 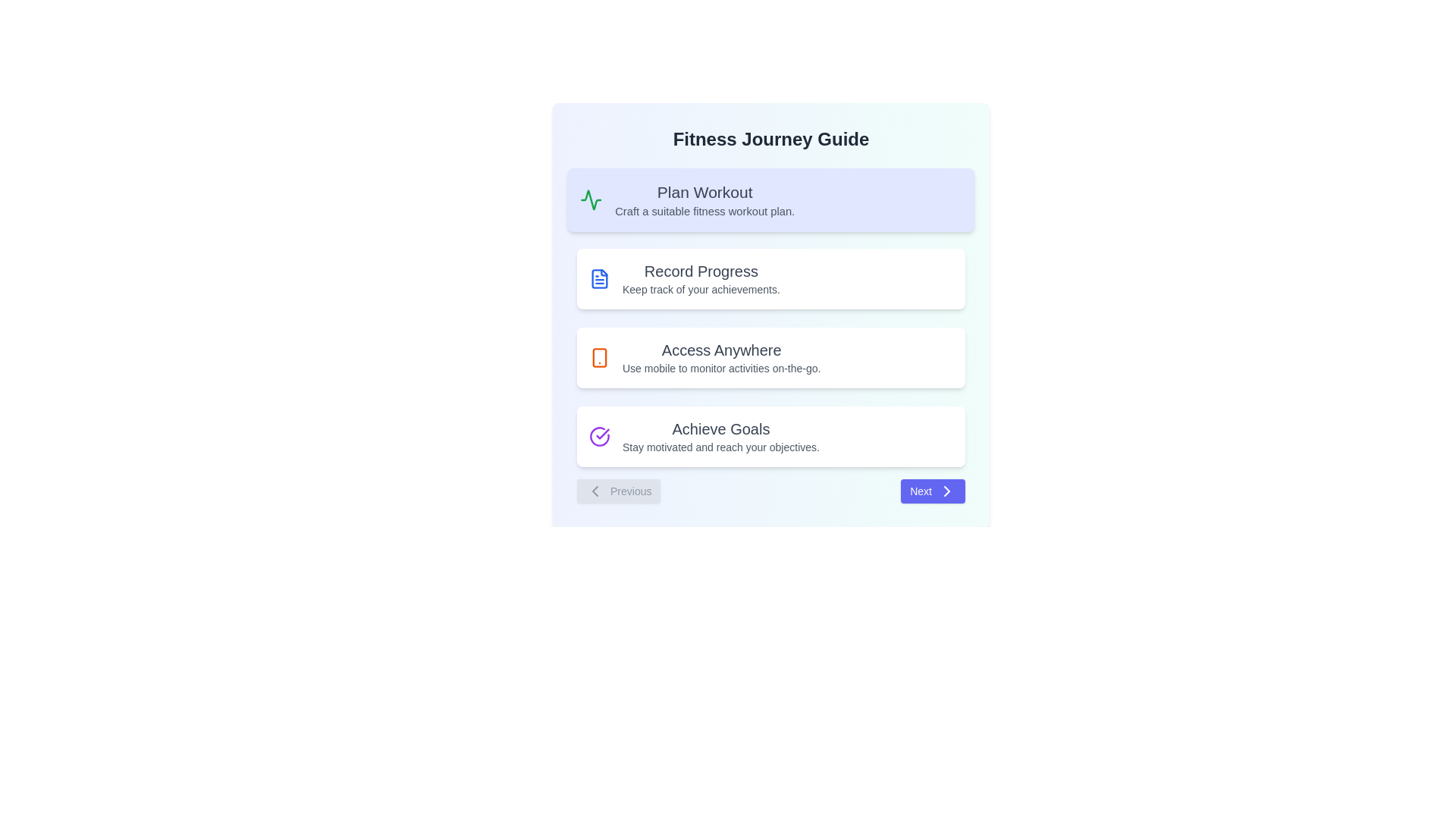 What do you see at coordinates (599, 357) in the screenshot?
I see `the inner rectangle of the smartphone icon, which is located in the third entry from the top in the 'Fitness Journey Guide' section, representing mobility and access-related features` at bounding box center [599, 357].